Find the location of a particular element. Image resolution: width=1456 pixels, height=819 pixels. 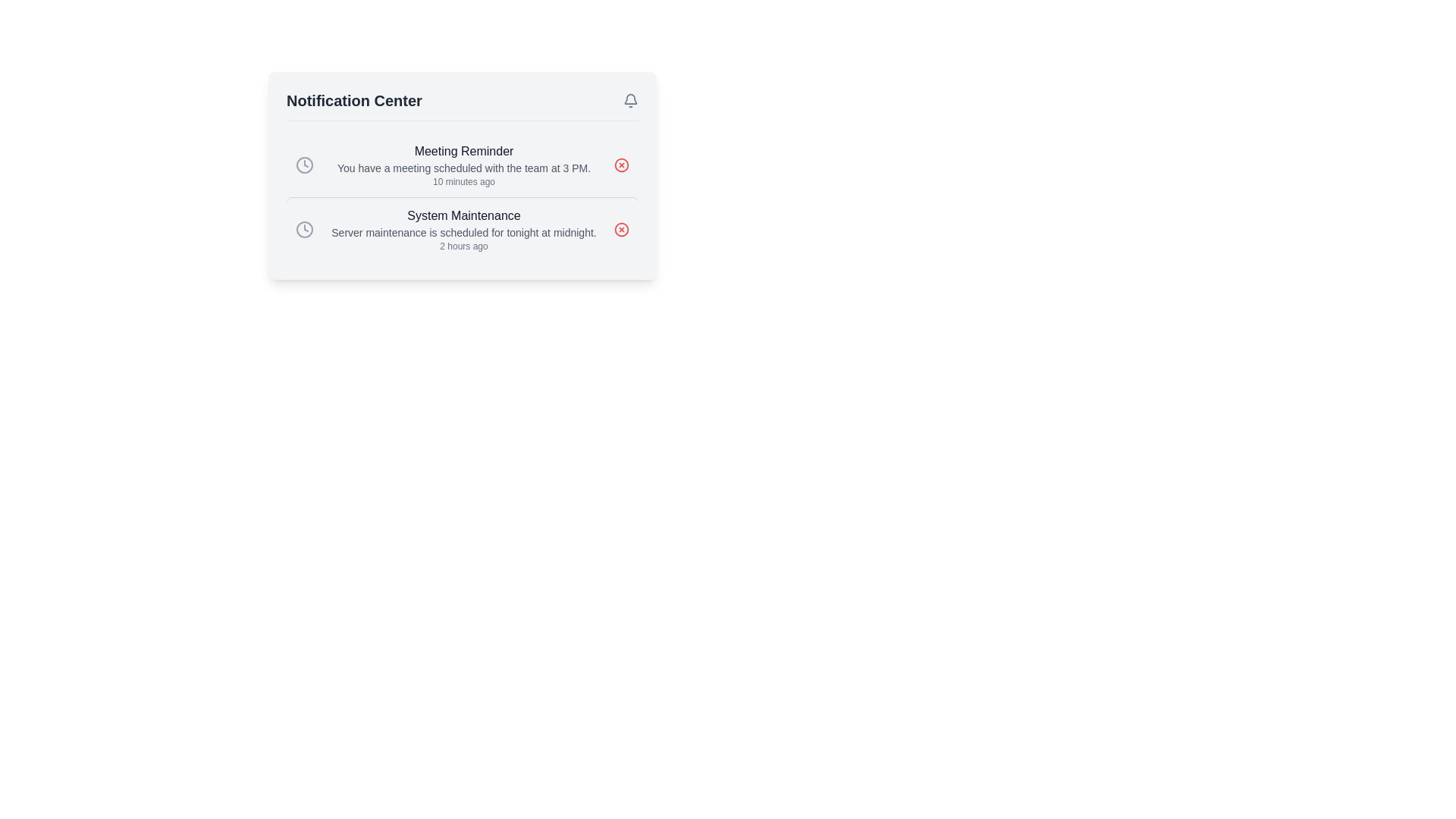

the 'Meeting Reminder' notification icon located to the left of the text in the notification panel is located at coordinates (304, 165).